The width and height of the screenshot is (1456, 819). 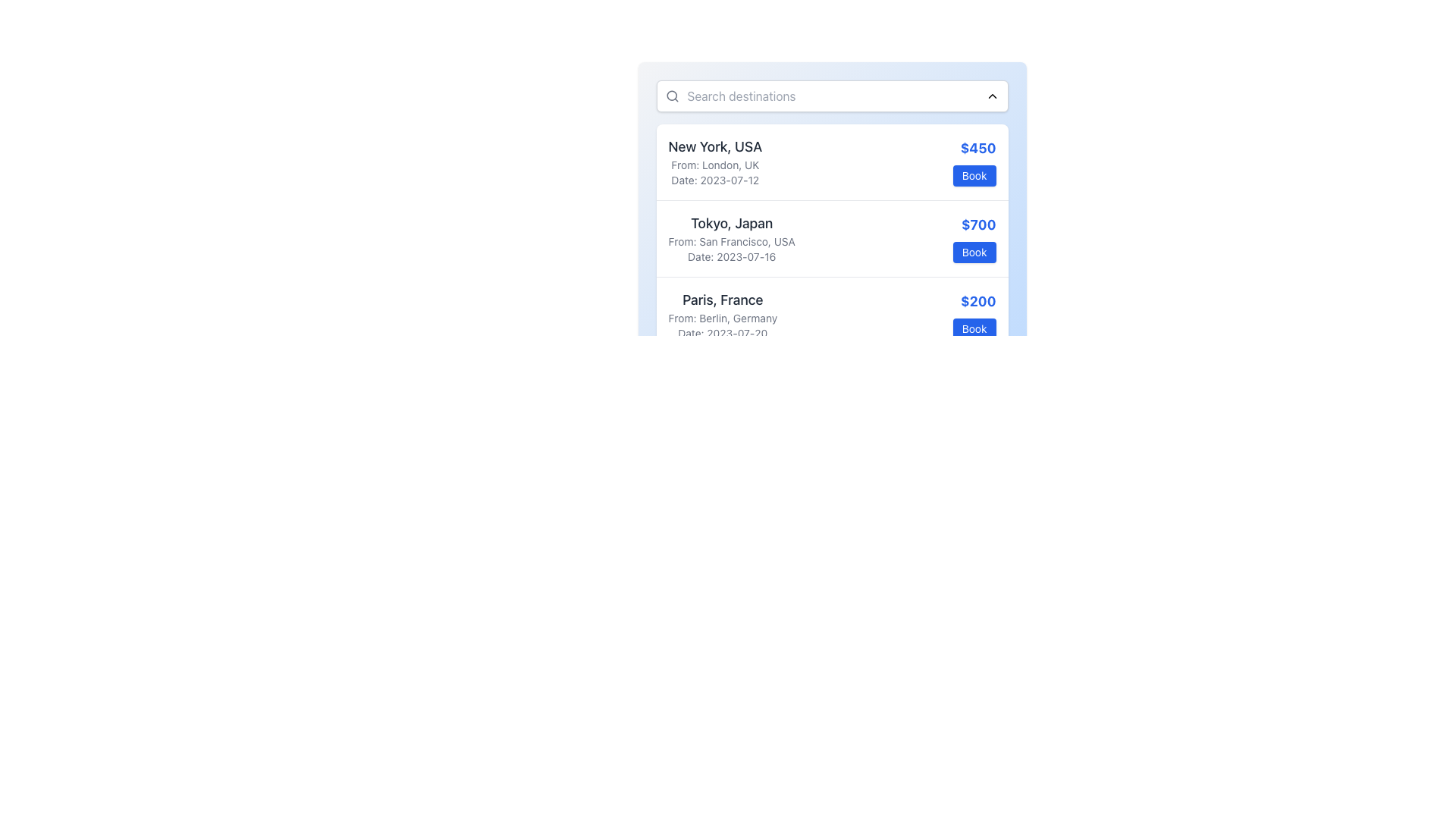 What do you see at coordinates (974, 162) in the screenshot?
I see `the price display of '$450' in the top right portion of the travel offers list` at bounding box center [974, 162].